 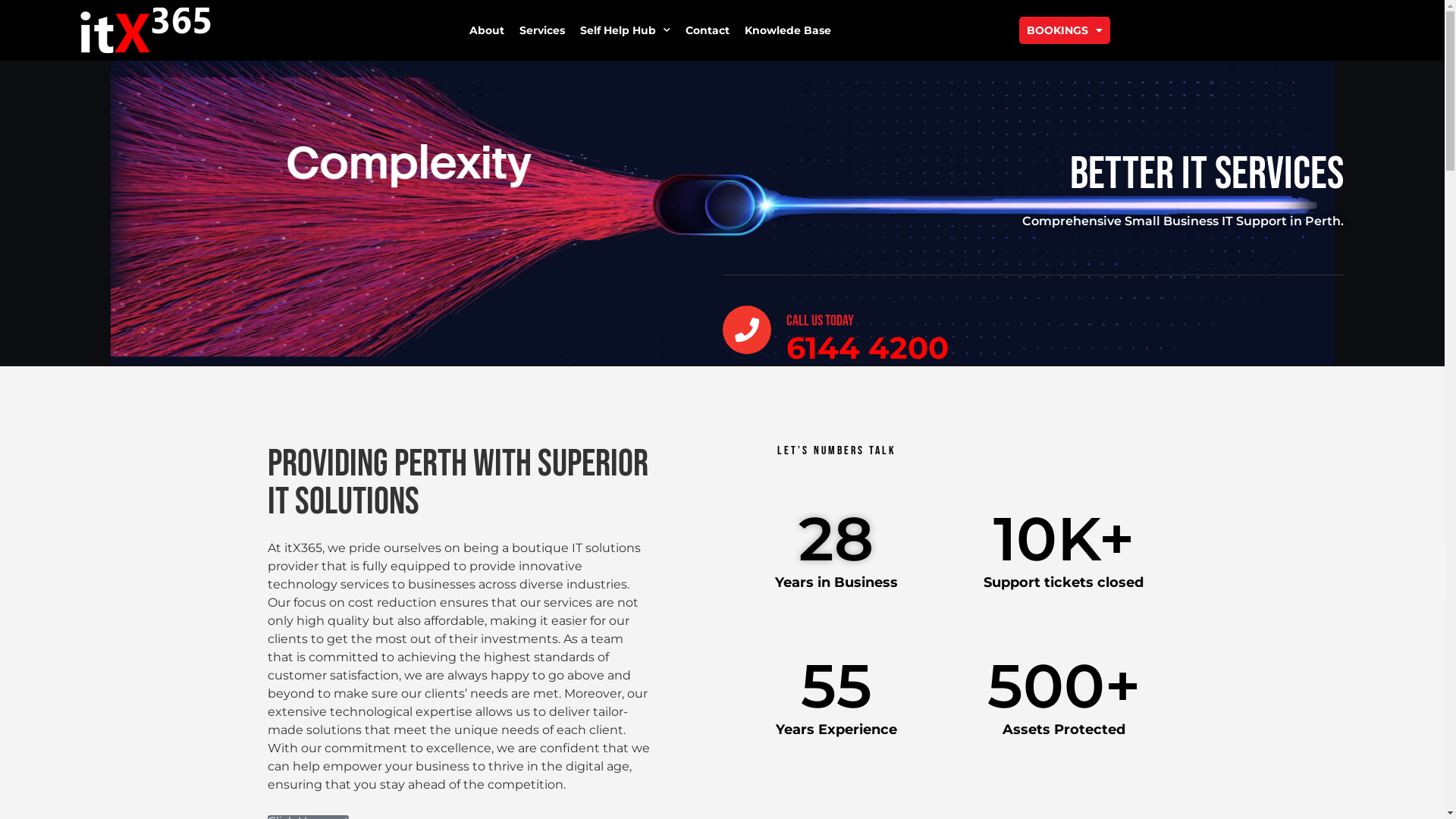 I want to click on 'Self Help Hub', so click(x=625, y=30).